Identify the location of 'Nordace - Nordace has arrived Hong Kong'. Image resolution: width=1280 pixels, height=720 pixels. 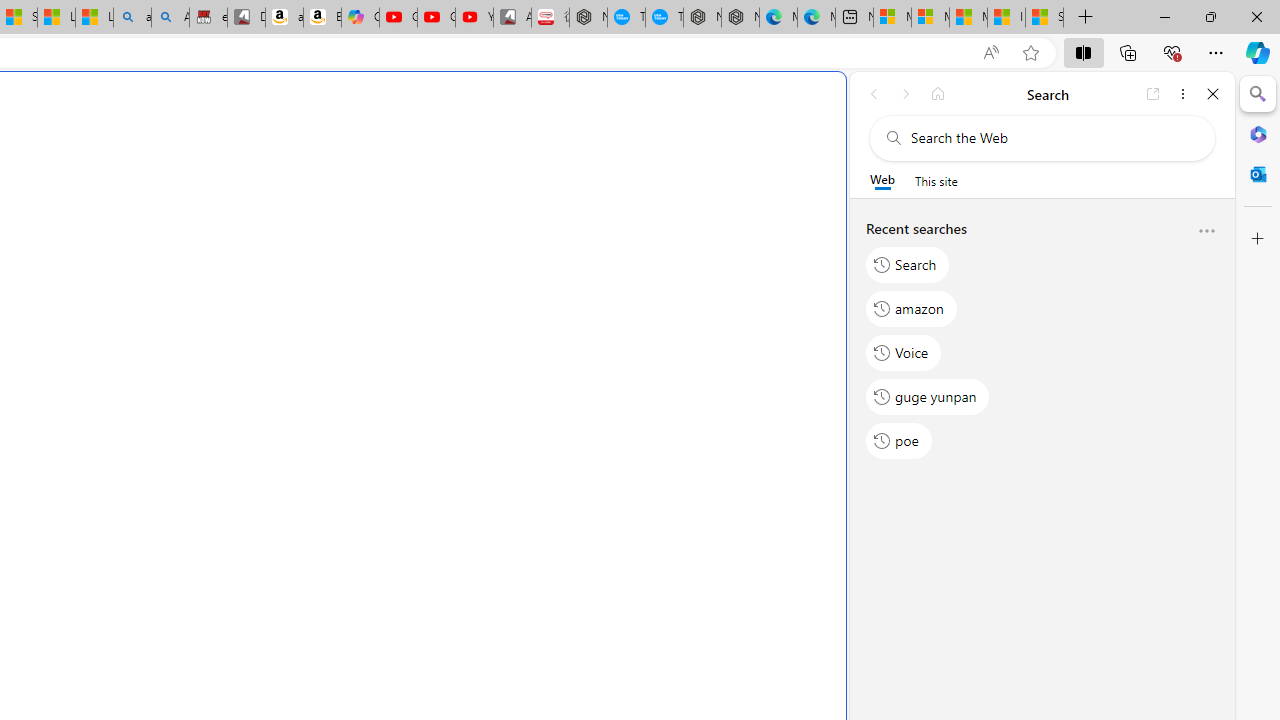
(739, 17).